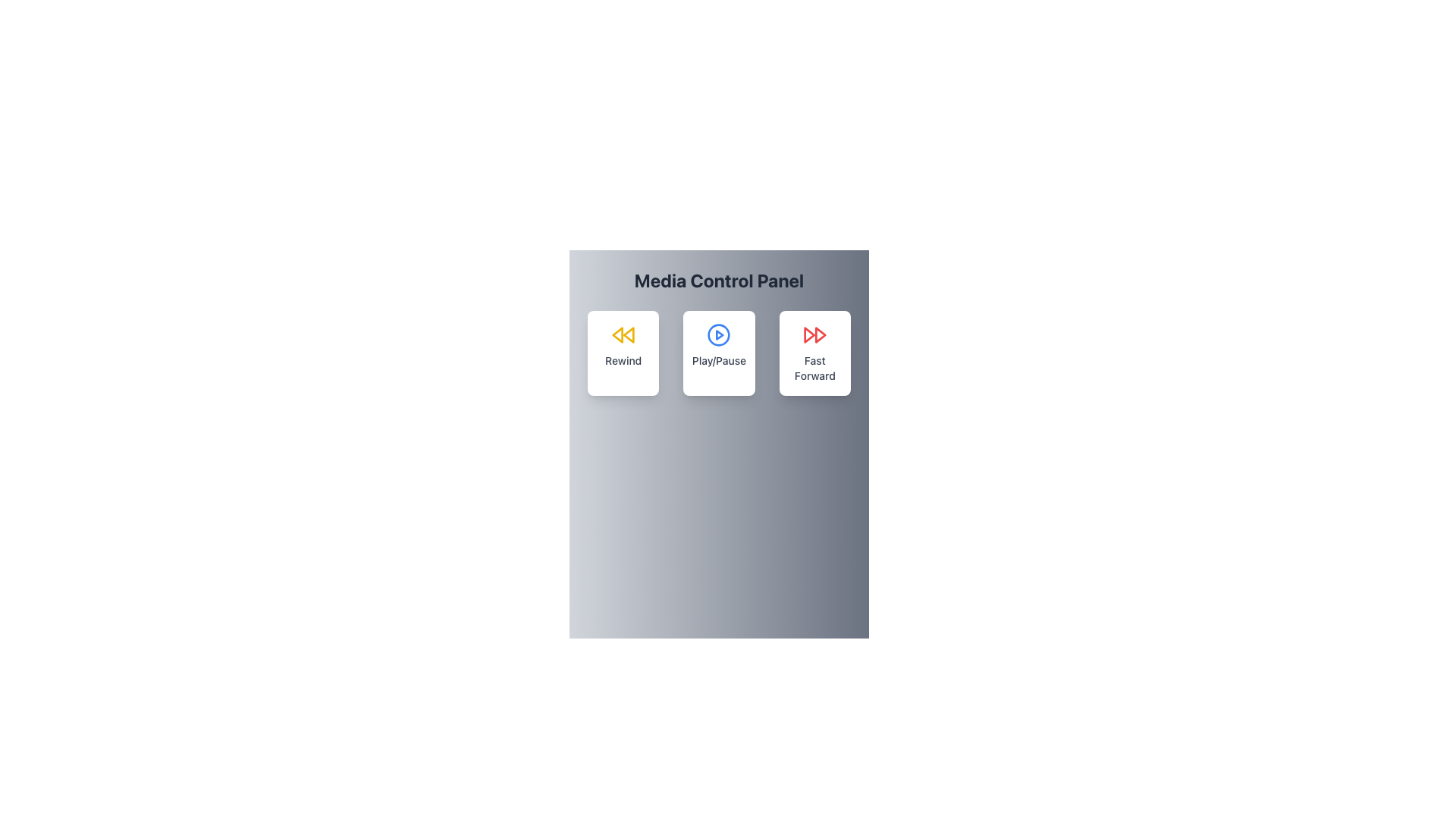 This screenshot has width=1456, height=819. Describe the element at coordinates (623, 353) in the screenshot. I see `the rewind button` at that location.